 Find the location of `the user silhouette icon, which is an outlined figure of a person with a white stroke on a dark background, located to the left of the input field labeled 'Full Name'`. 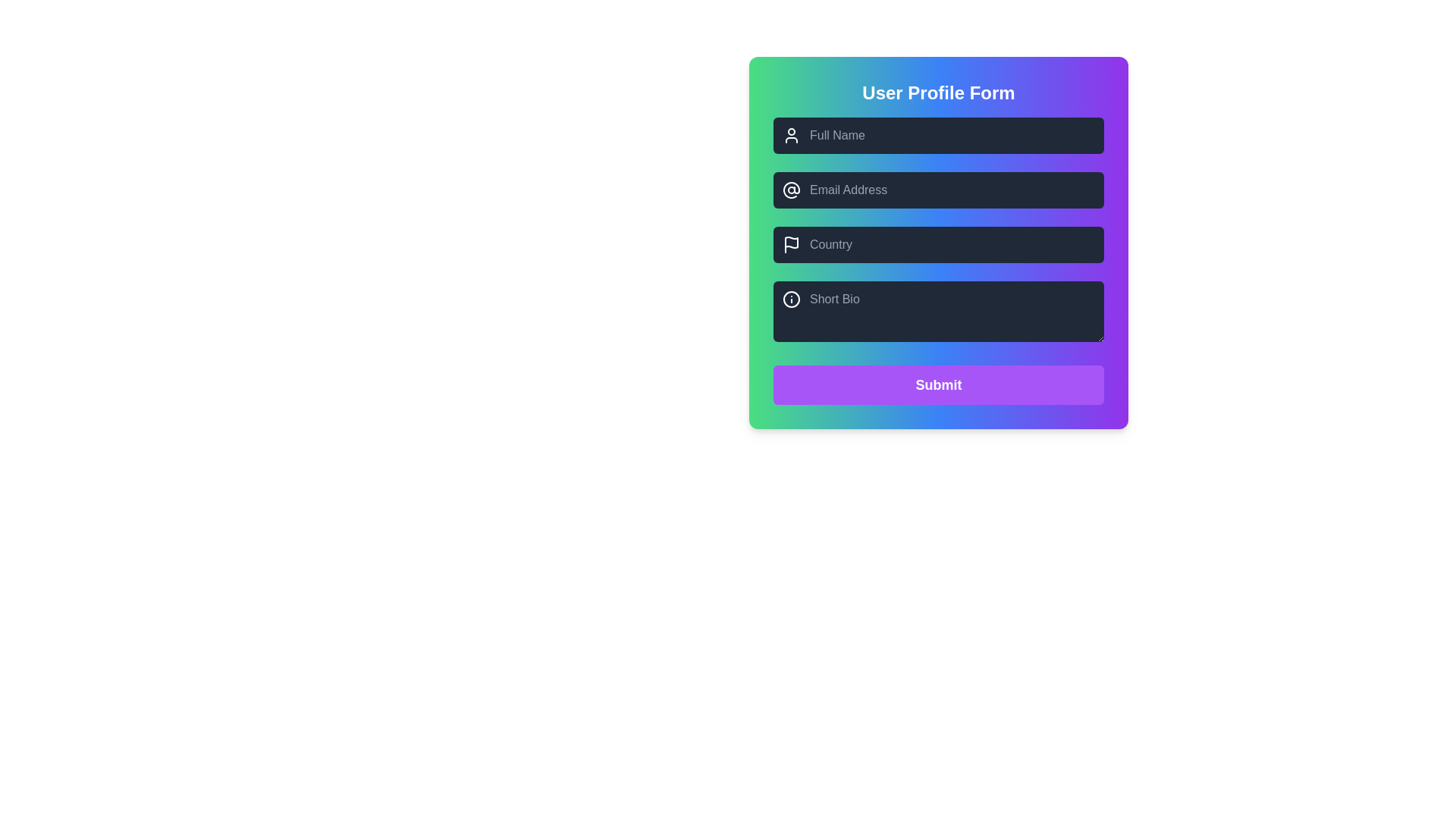

the user silhouette icon, which is an outlined figure of a person with a white stroke on a dark background, located to the left of the input field labeled 'Full Name' is located at coordinates (790, 134).